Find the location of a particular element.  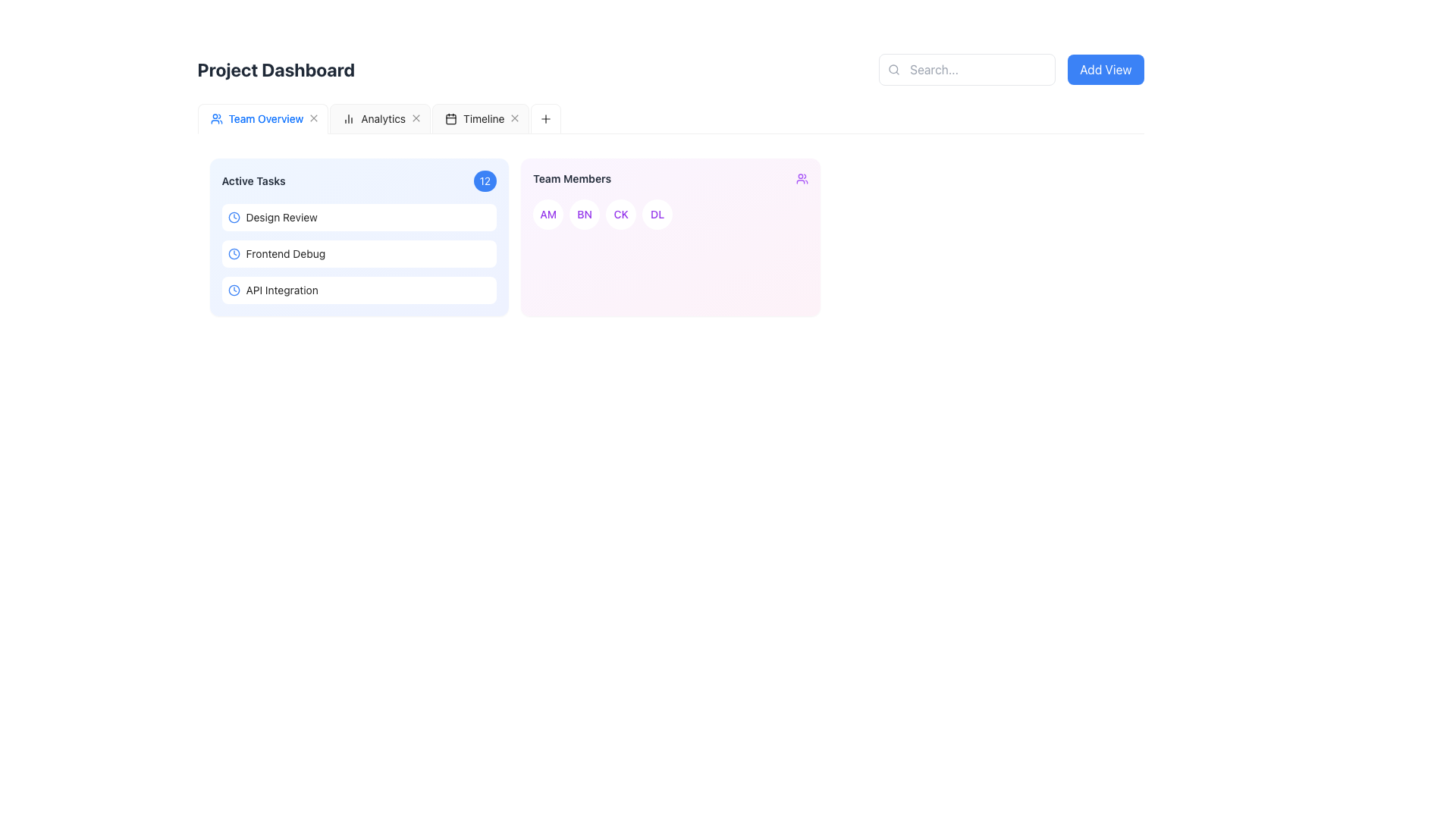

the circular SVG graphical element that is part of the clock icon located in the 'Active Tasks' section, adjacent to 'Frontend Debug' and 'API Integration' is located at coordinates (233, 217).